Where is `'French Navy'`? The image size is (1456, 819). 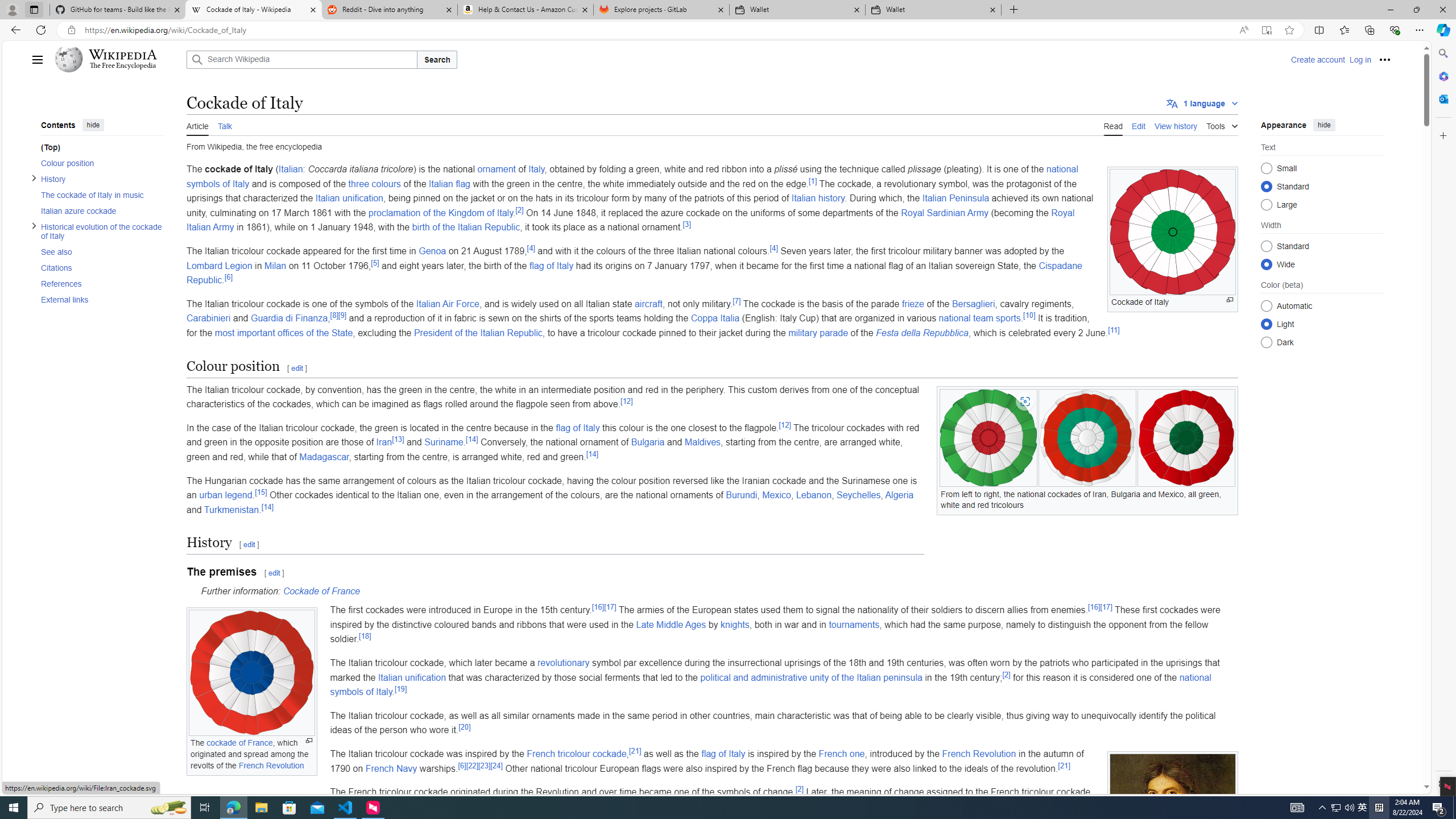
'French Navy' is located at coordinates (391, 767).